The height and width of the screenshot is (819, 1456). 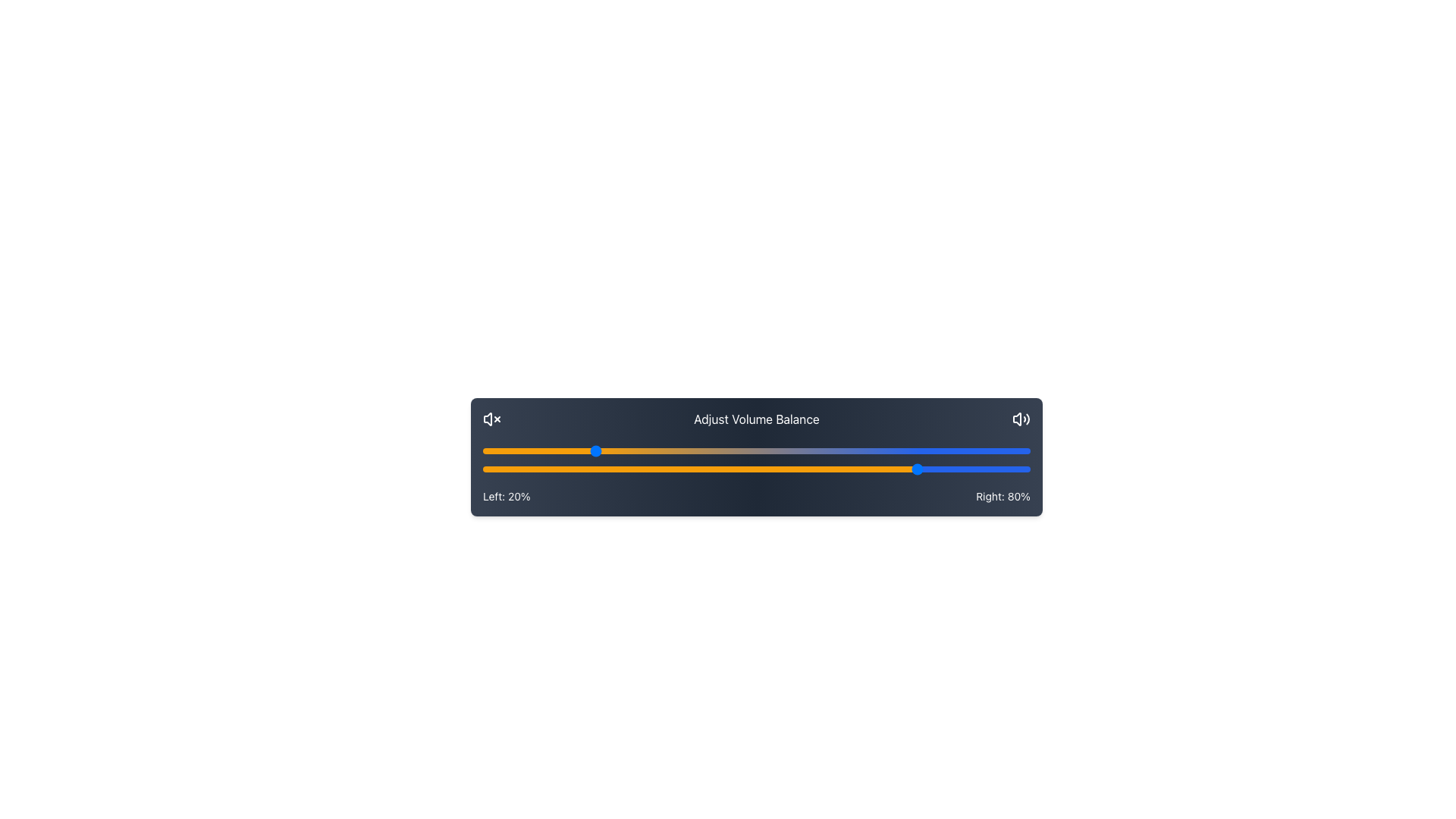 I want to click on the text label displaying the current balance percentage for the right channel in the volume control interface, so click(x=1003, y=497).